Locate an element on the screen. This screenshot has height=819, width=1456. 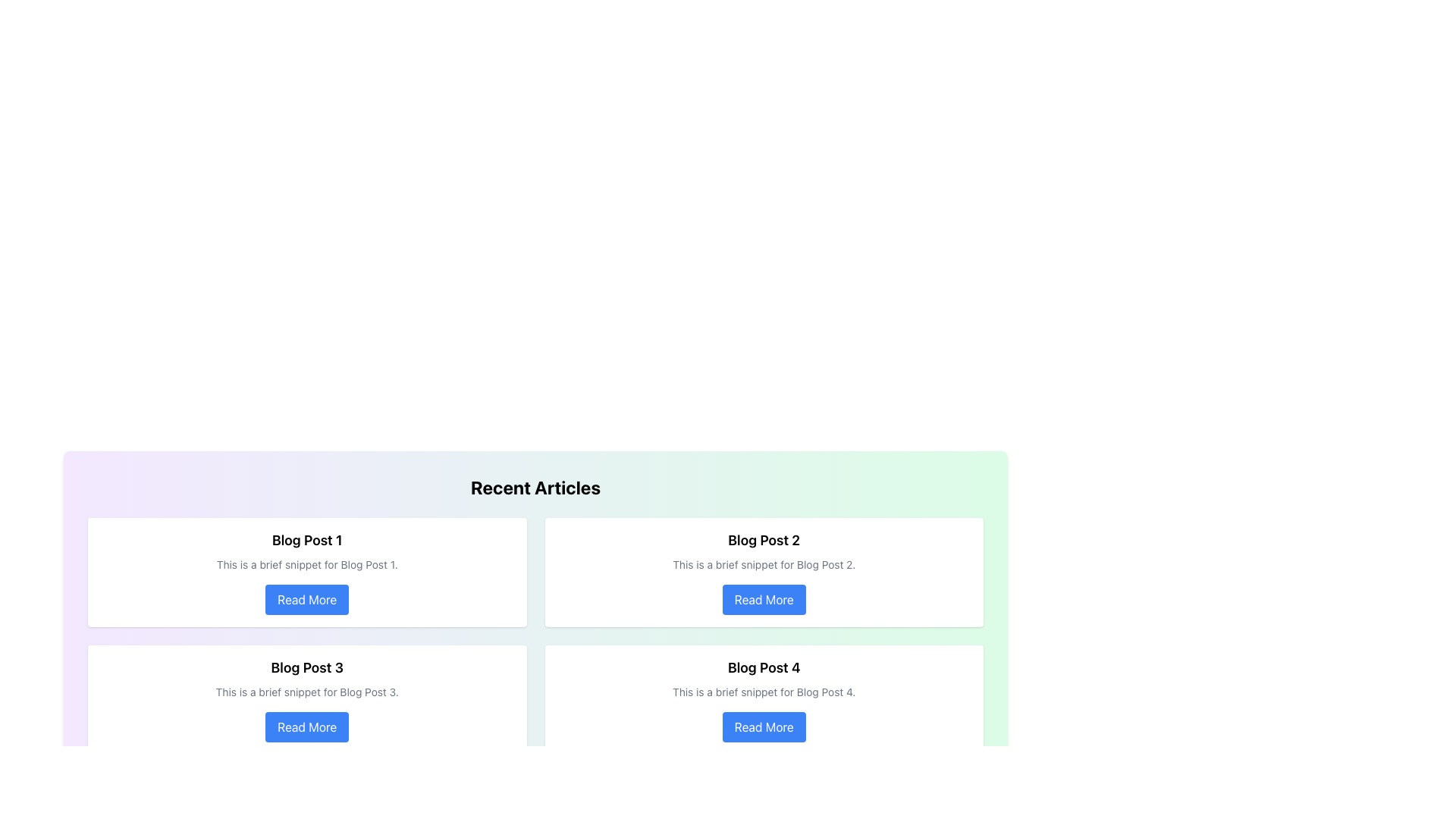
the 'Read More' button on the first article preview card located in the top-left corner of the grid layout is located at coordinates (306, 573).